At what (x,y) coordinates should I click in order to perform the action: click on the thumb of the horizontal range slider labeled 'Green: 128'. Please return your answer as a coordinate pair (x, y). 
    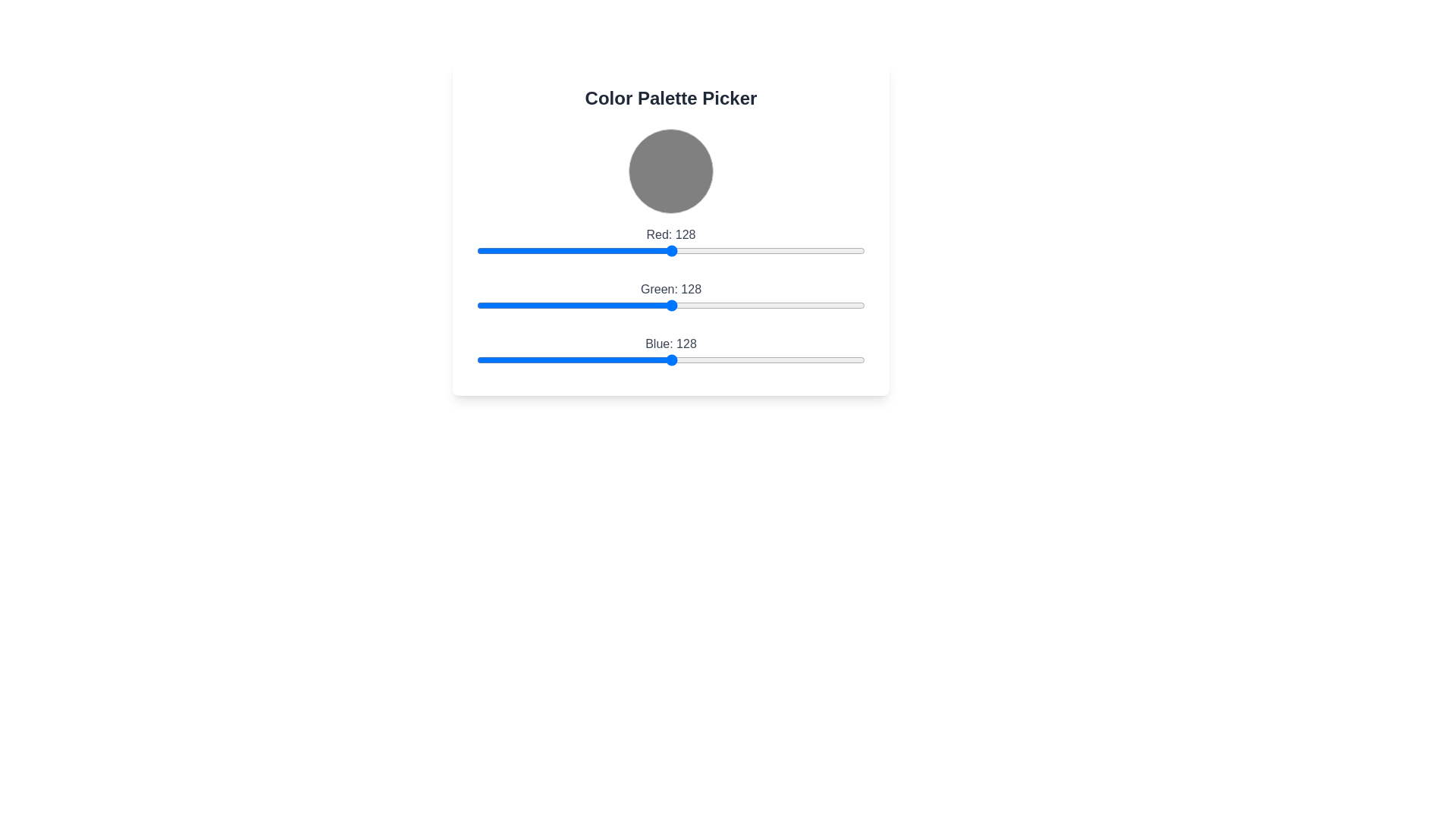
    Looking at the image, I should click on (670, 298).